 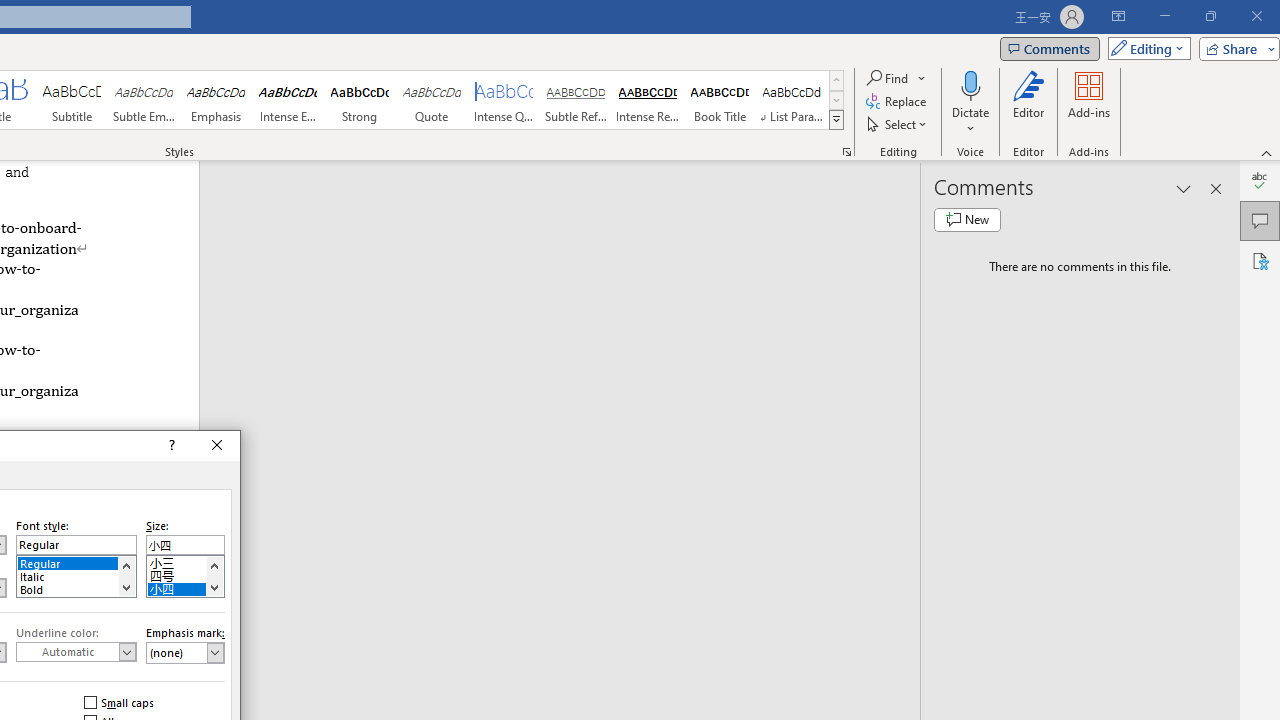 I want to click on 'Class: NetUIImage', so click(x=837, y=119).